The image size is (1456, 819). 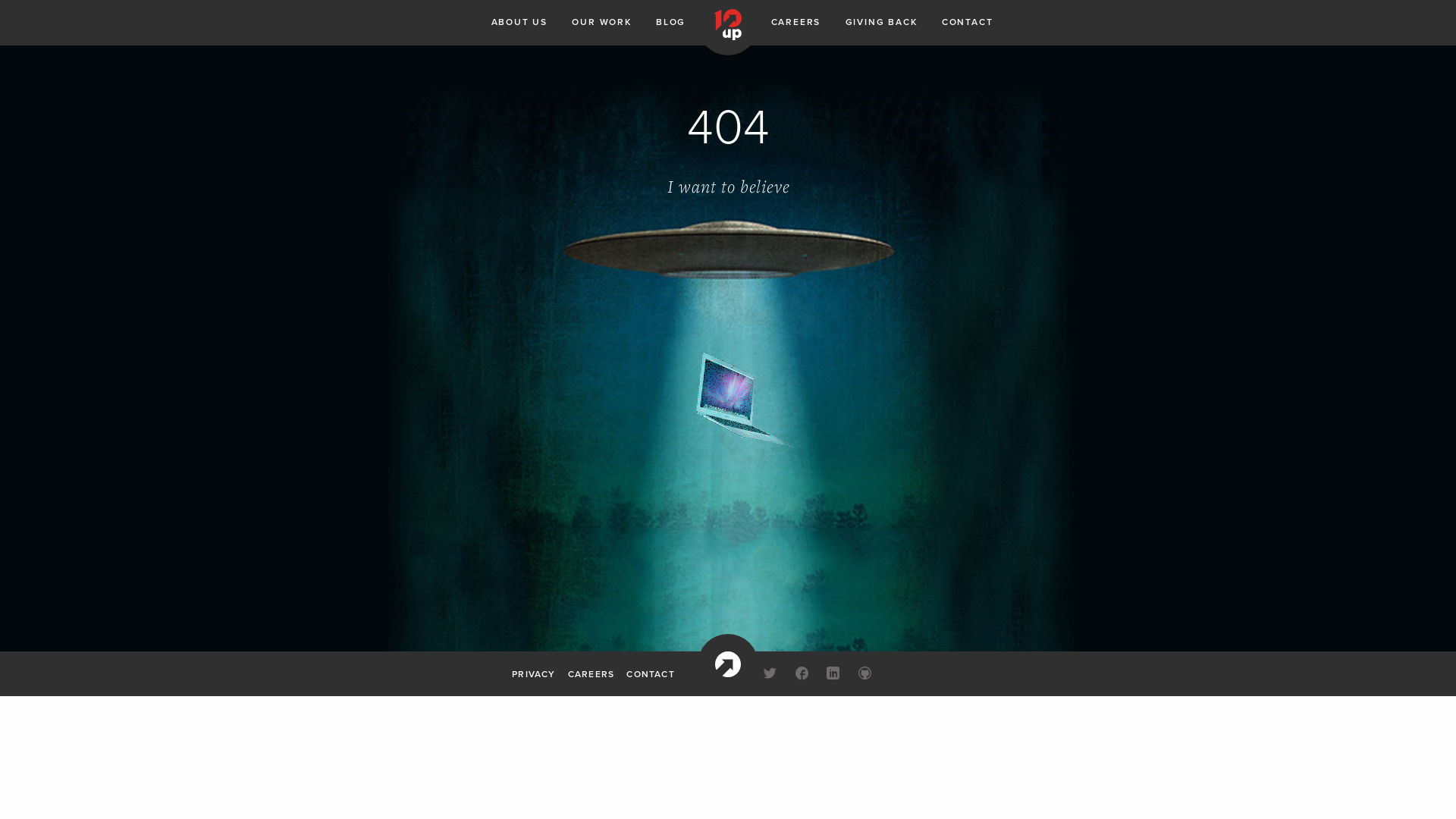 I want to click on 'TWITTER: @10UP', so click(x=757, y=674).